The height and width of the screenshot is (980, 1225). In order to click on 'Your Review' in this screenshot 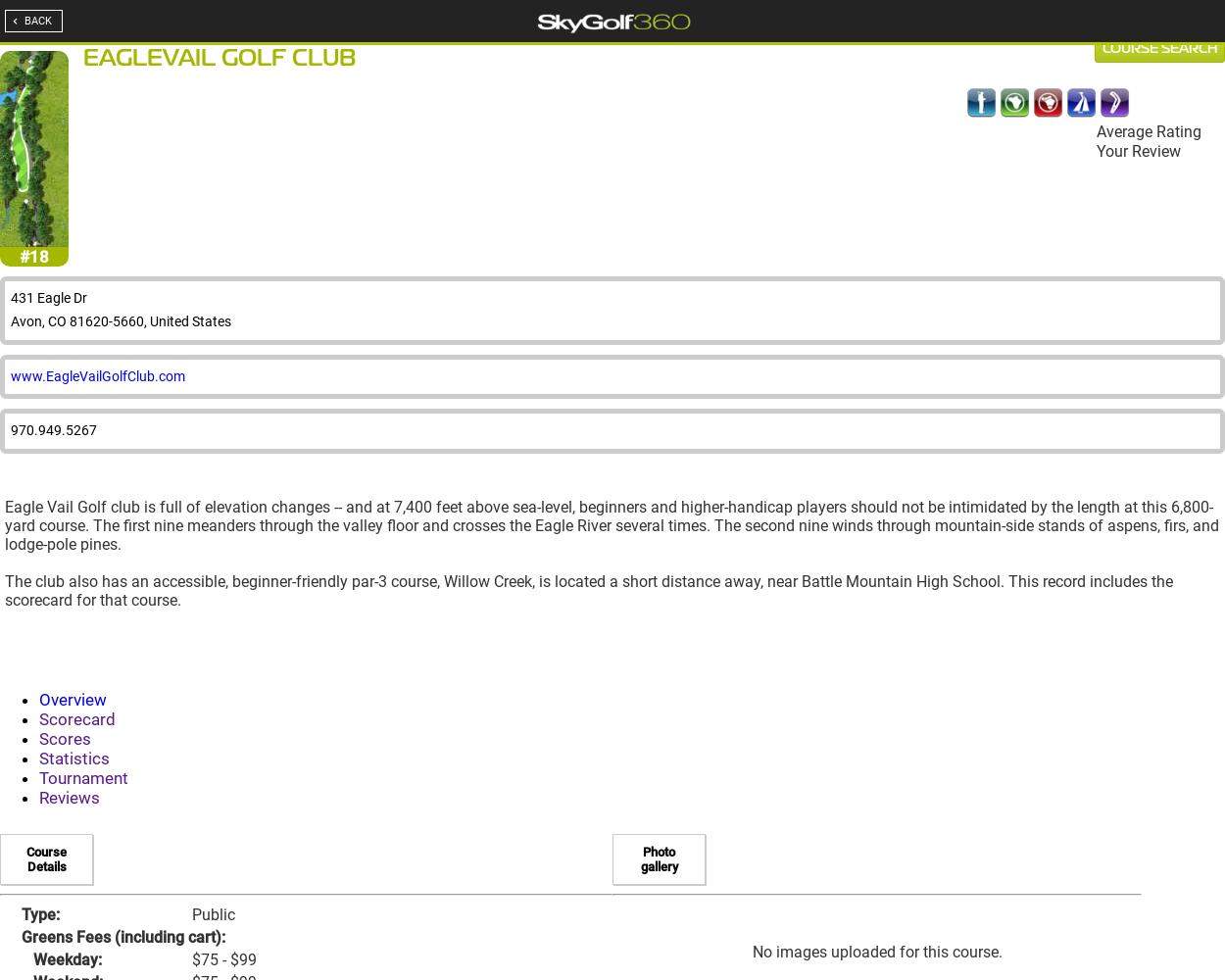, I will do `click(1096, 151)`.